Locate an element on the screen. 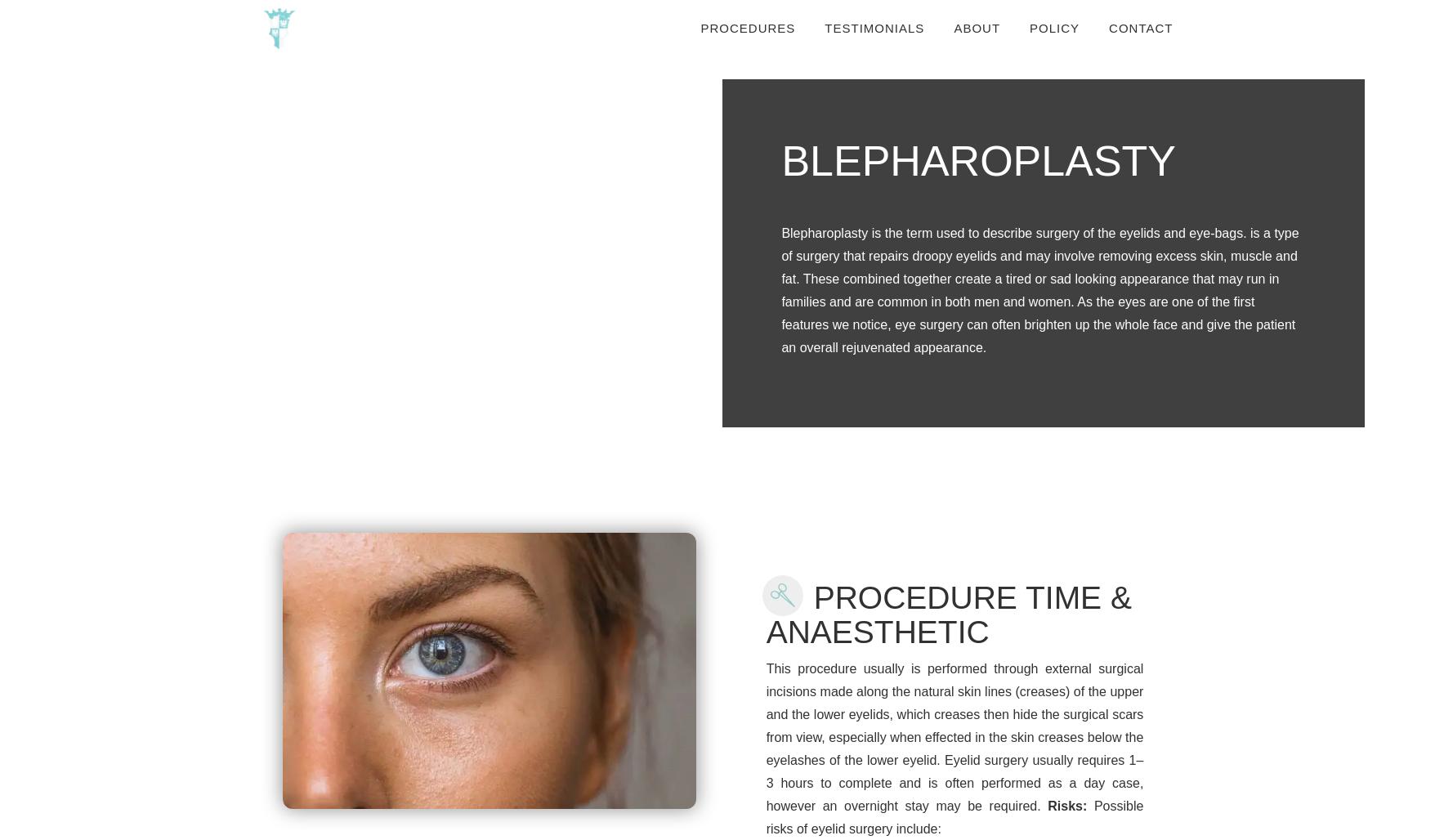 This screenshot has width=1444, height=840. 'About' is located at coordinates (976, 28).